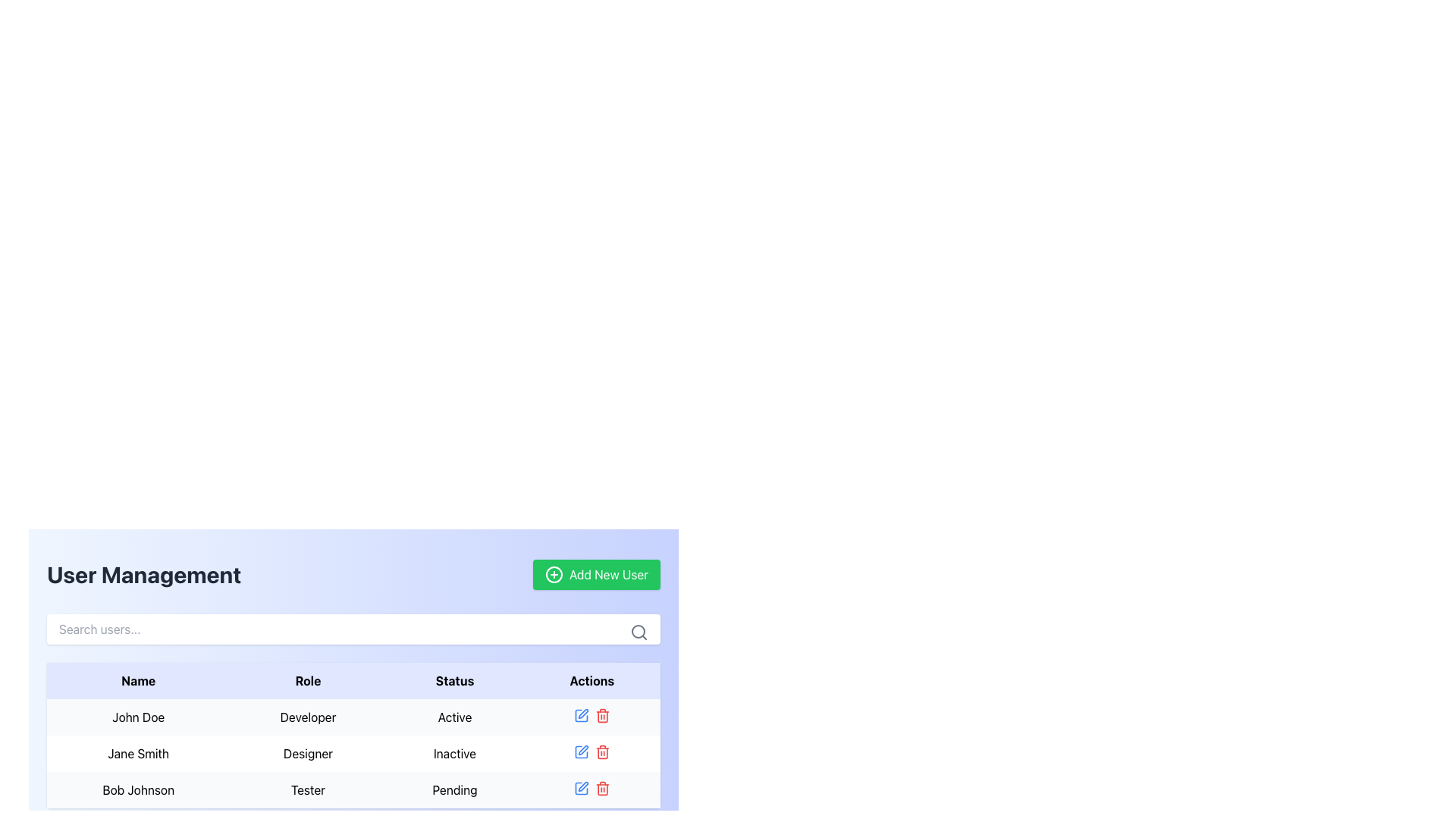  What do you see at coordinates (601, 716) in the screenshot?
I see `the delete icon located in the 'Actions' column of the first row in the user management table` at bounding box center [601, 716].